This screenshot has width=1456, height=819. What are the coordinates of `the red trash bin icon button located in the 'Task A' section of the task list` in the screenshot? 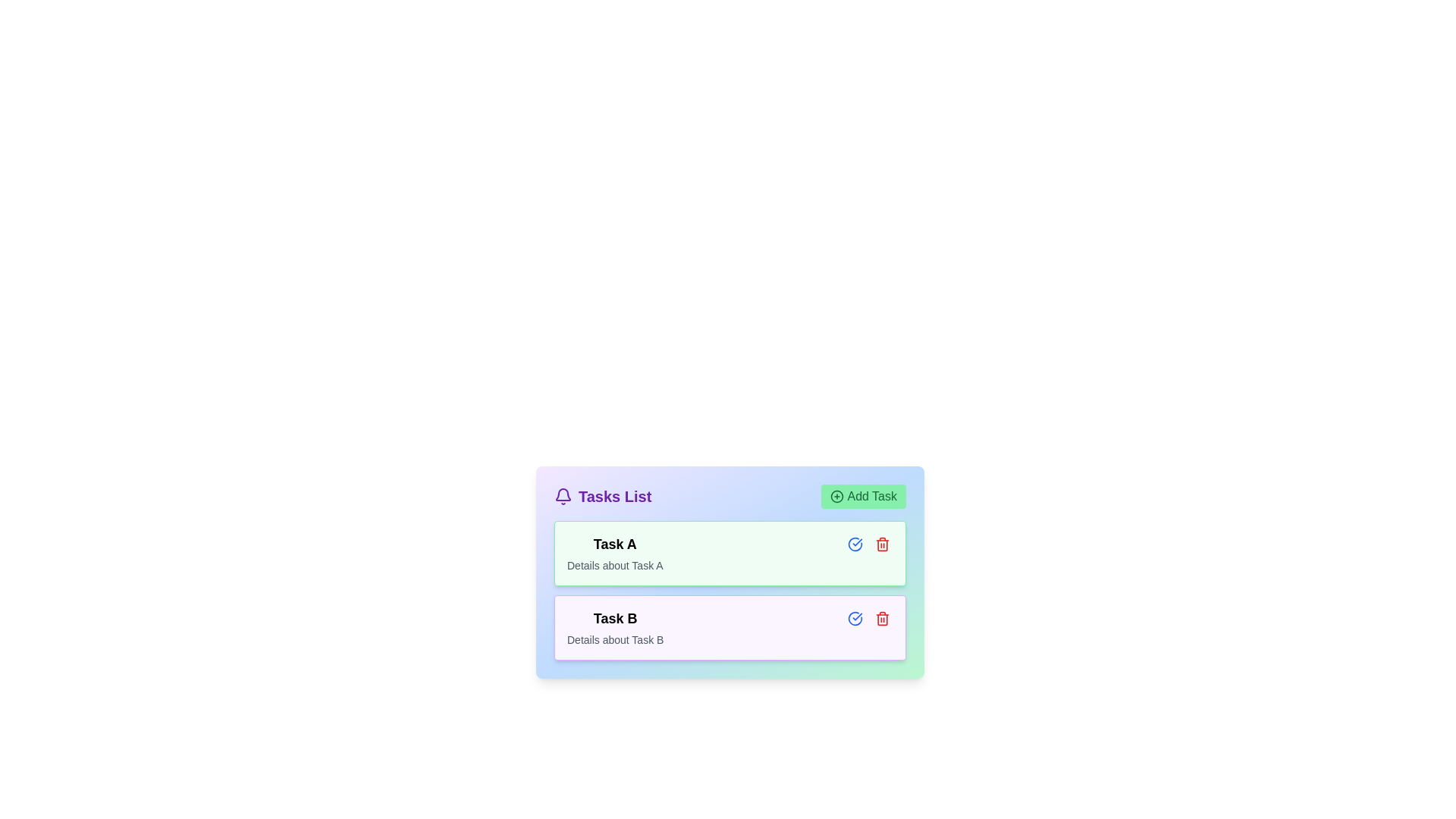 It's located at (882, 543).